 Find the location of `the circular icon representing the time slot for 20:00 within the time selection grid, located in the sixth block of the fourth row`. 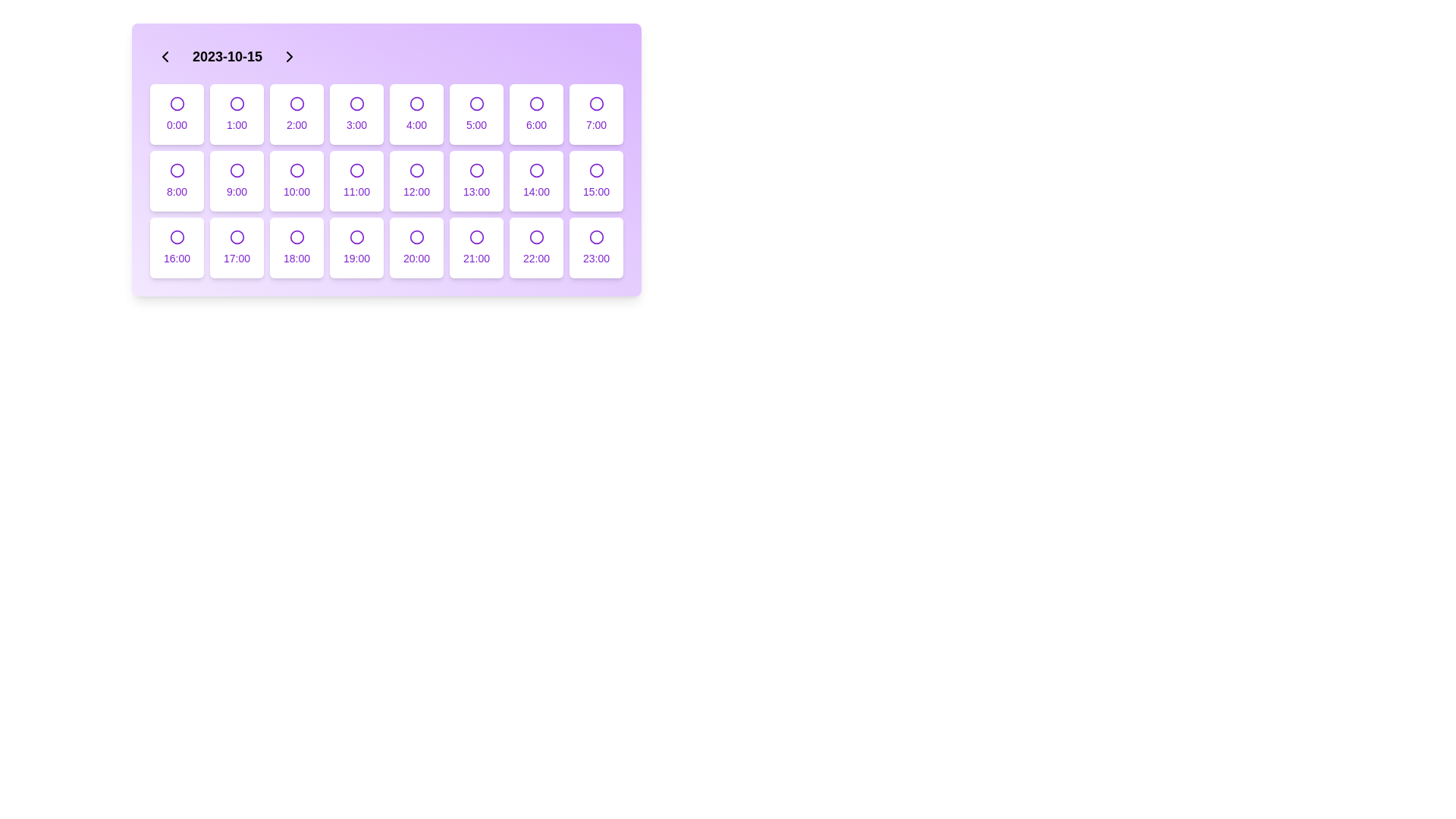

the circular icon representing the time slot for 20:00 within the time selection grid, located in the sixth block of the fourth row is located at coordinates (416, 237).